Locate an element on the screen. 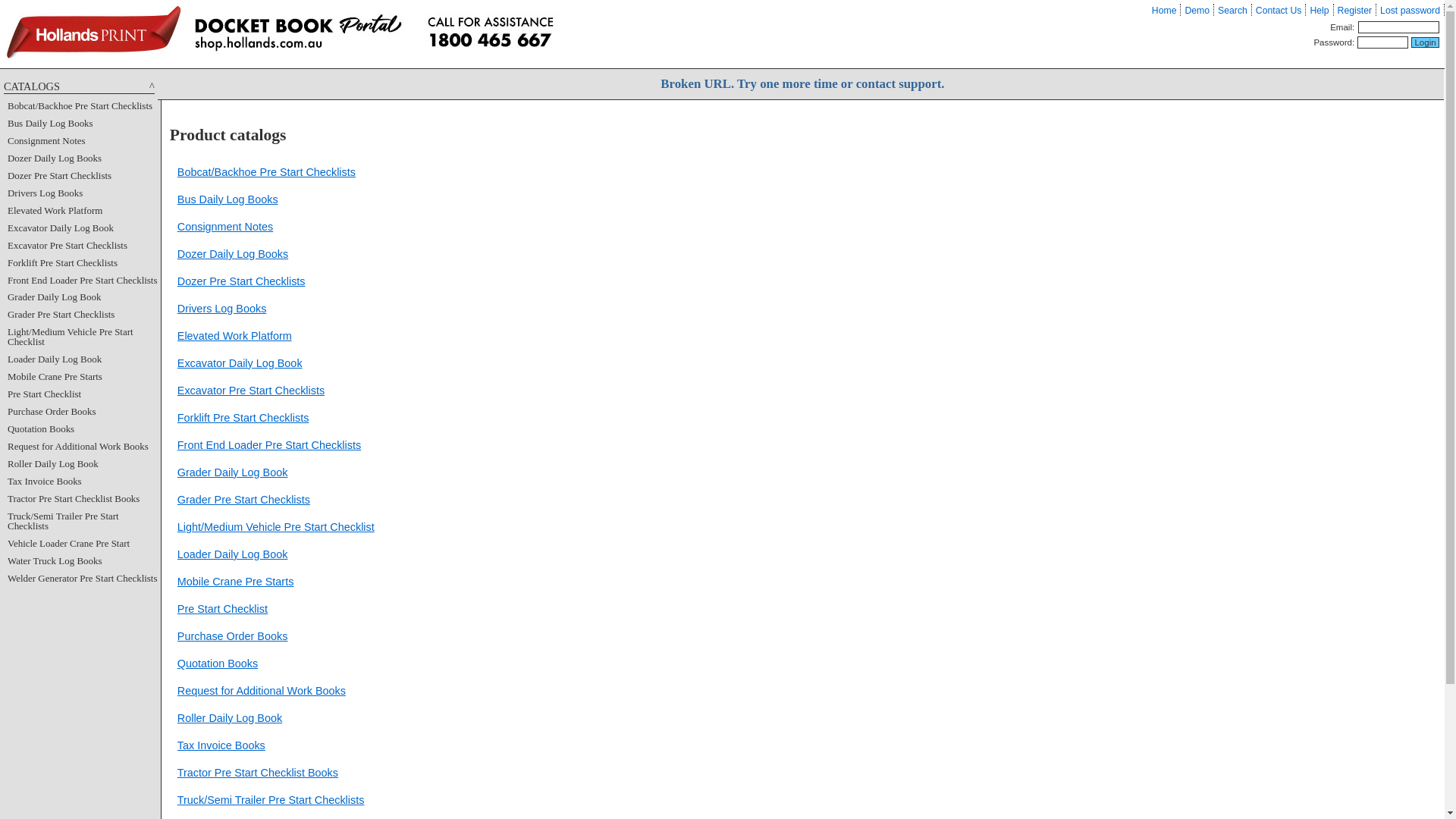 The image size is (1456, 819). 'Home' is located at coordinates (1163, 11).